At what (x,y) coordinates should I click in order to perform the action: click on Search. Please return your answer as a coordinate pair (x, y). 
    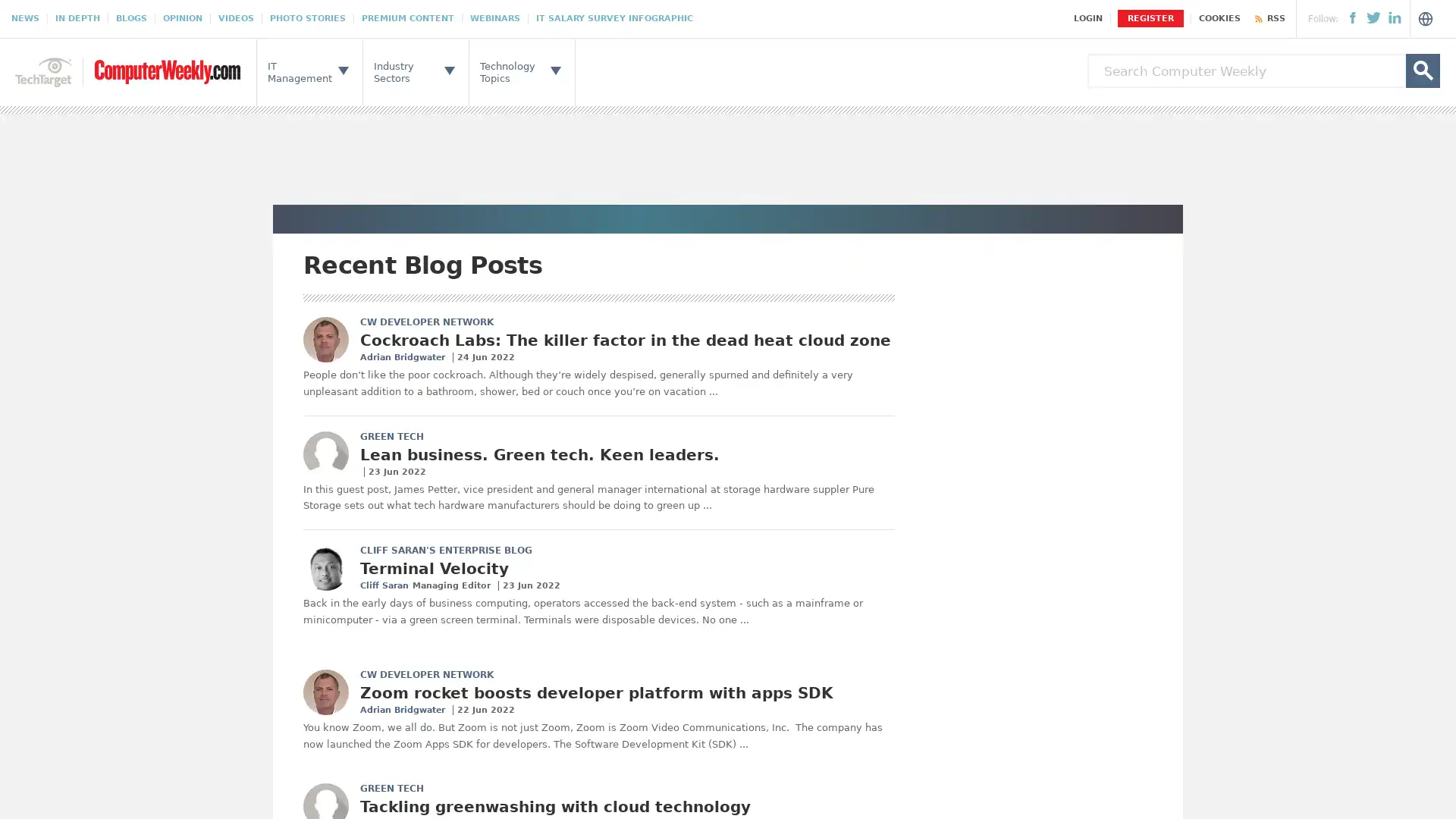
    Looking at the image, I should click on (1422, 71).